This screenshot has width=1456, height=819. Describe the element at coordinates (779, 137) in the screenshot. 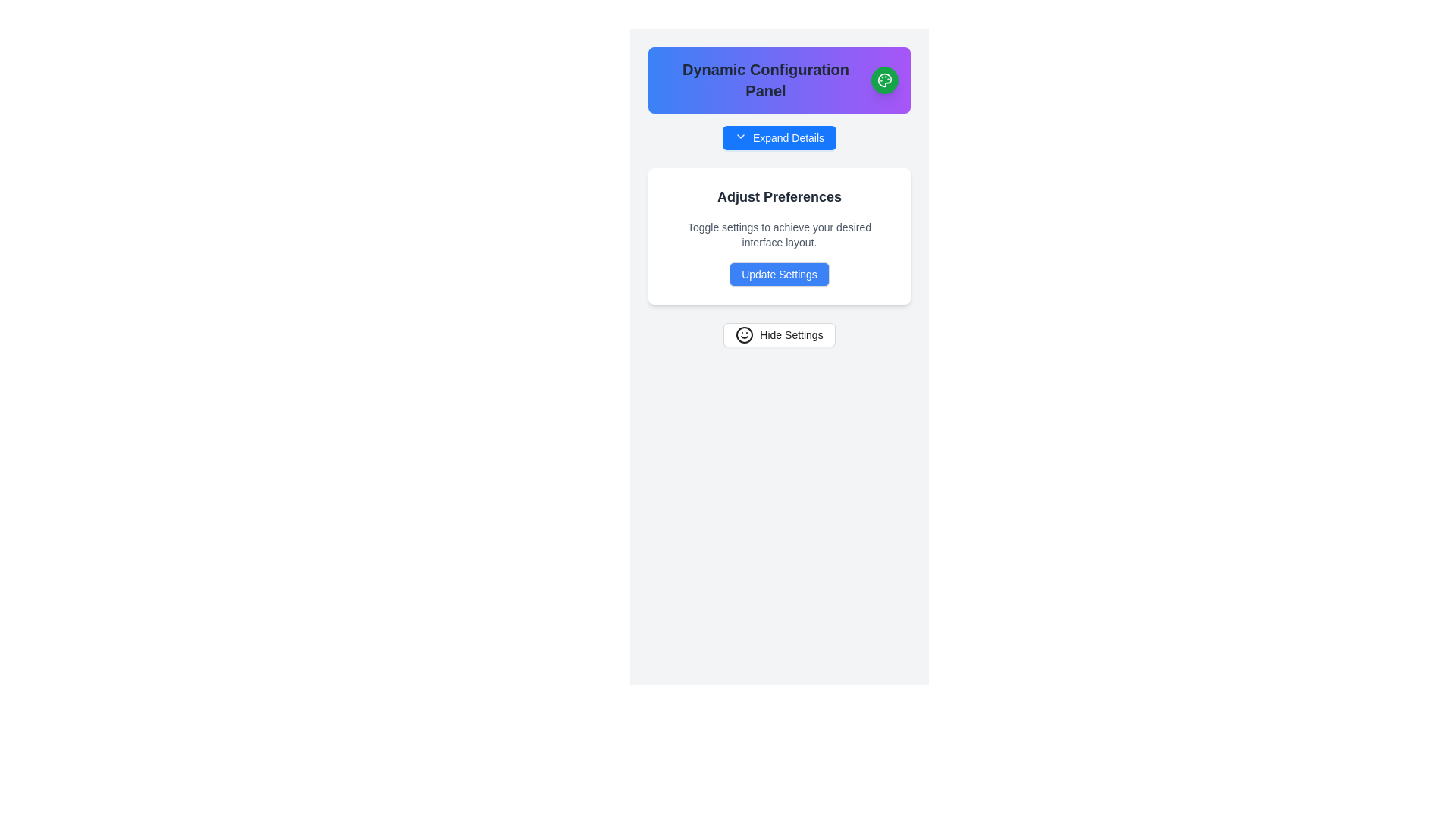

I see `the button located directly below the label 'Dynamic Configuration Panel'` at that location.